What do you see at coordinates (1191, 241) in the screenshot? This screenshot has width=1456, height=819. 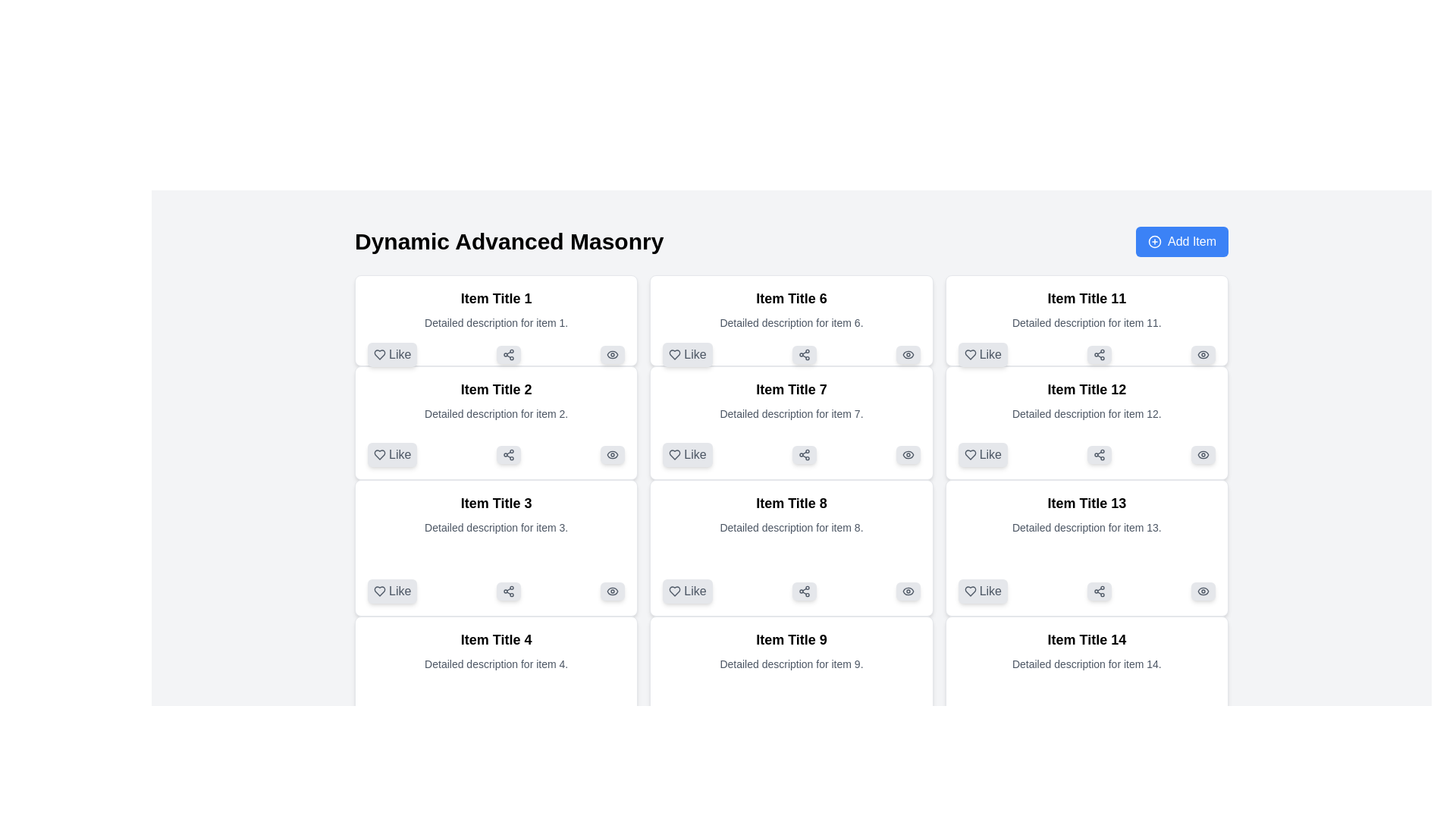 I see `the text label within the blue button in the top-right section of the interface` at bounding box center [1191, 241].